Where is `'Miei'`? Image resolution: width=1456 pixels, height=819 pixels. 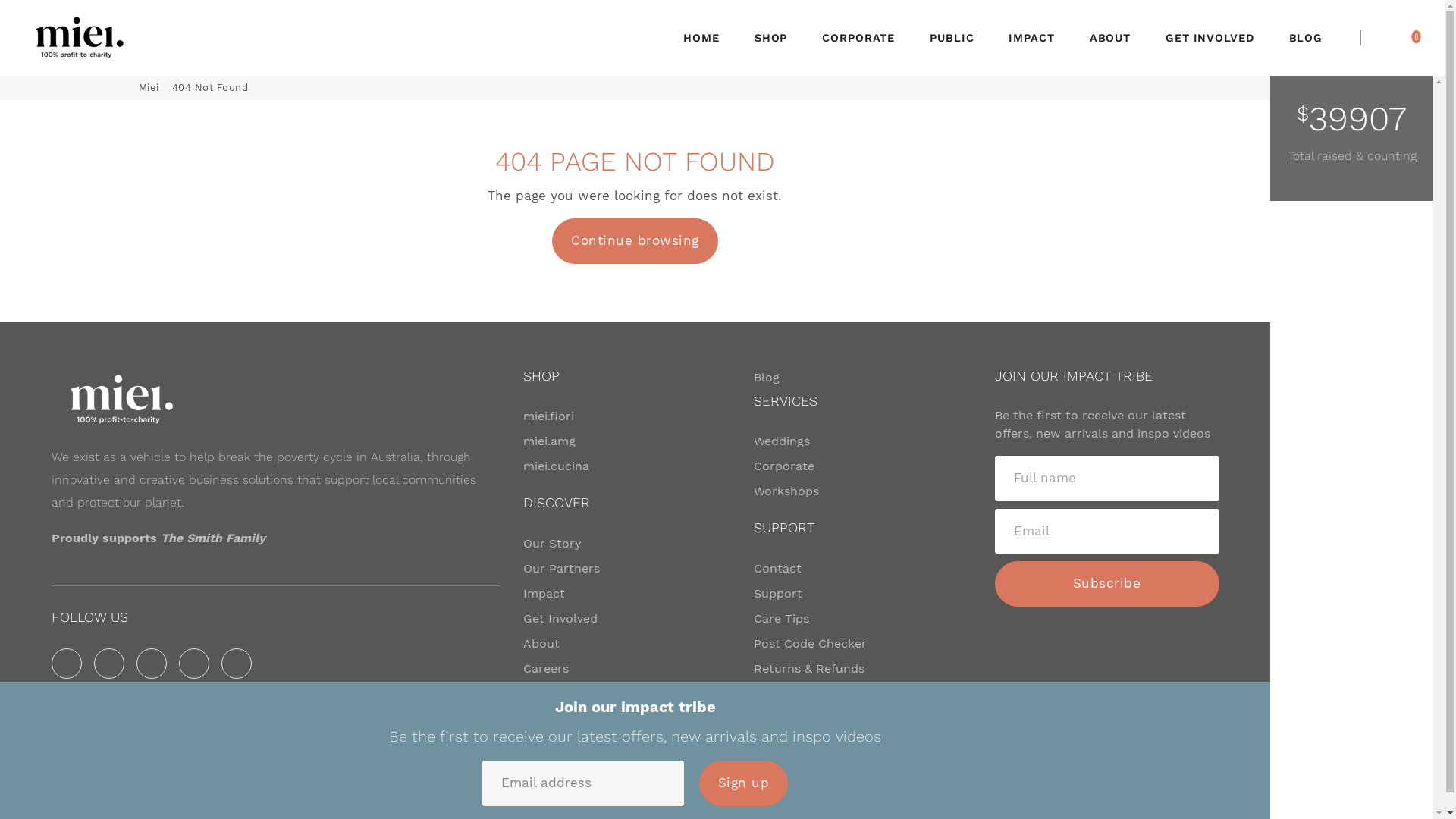 'Miei' is located at coordinates (148, 87).